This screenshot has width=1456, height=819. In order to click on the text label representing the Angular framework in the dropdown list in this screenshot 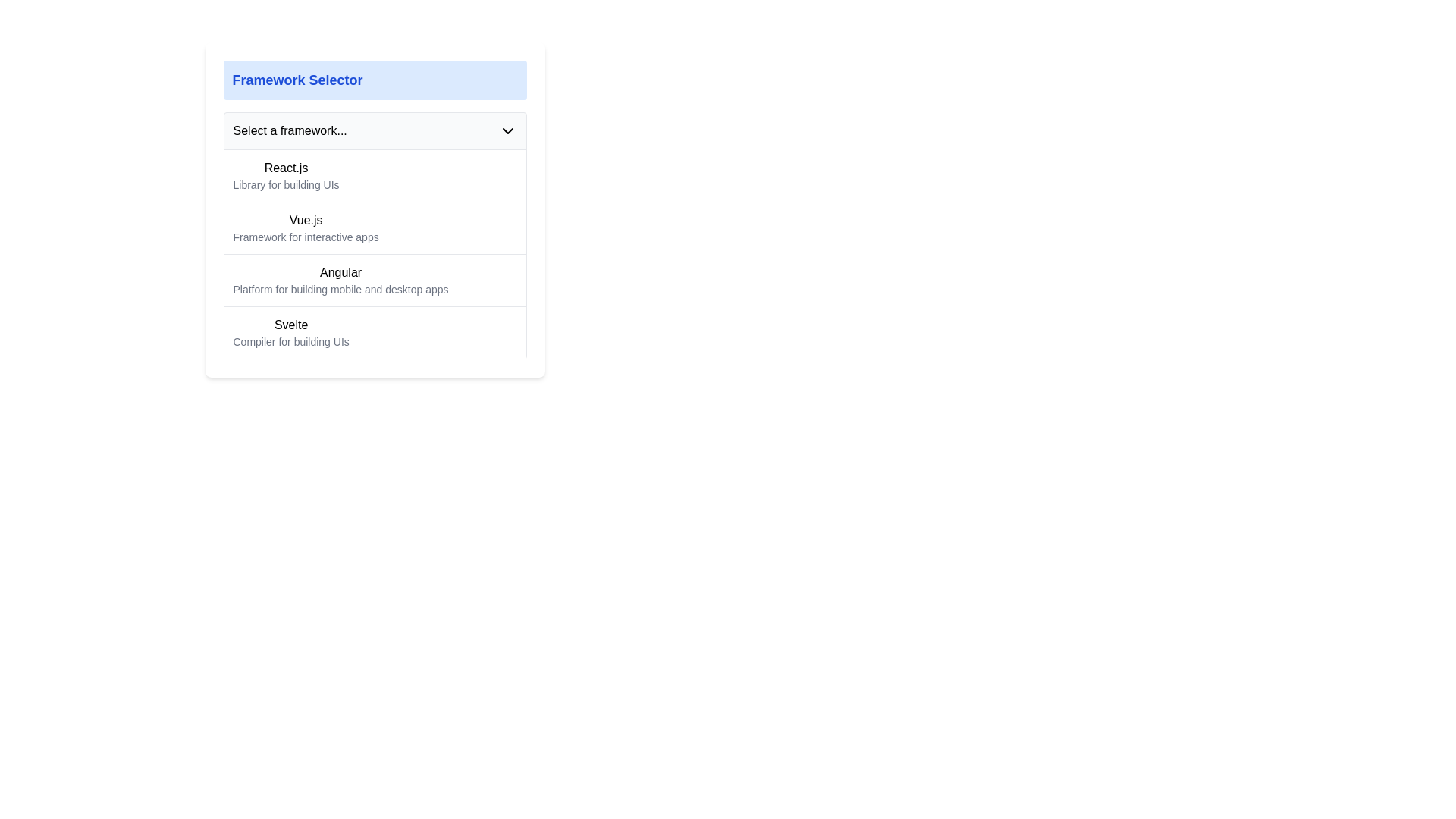, I will do `click(340, 271)`.